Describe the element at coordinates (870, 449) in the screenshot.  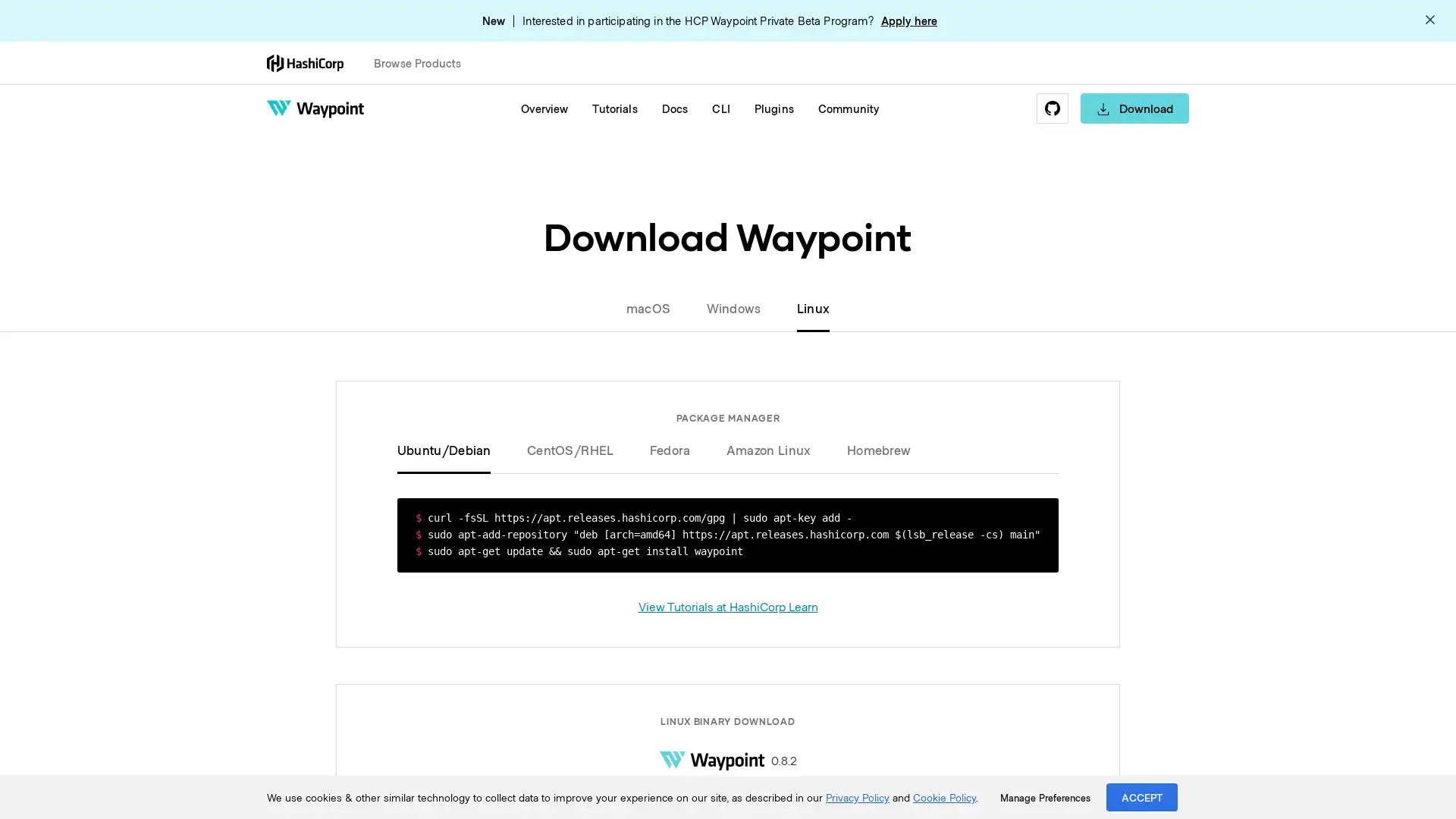
I see `Homebrew` at that location.